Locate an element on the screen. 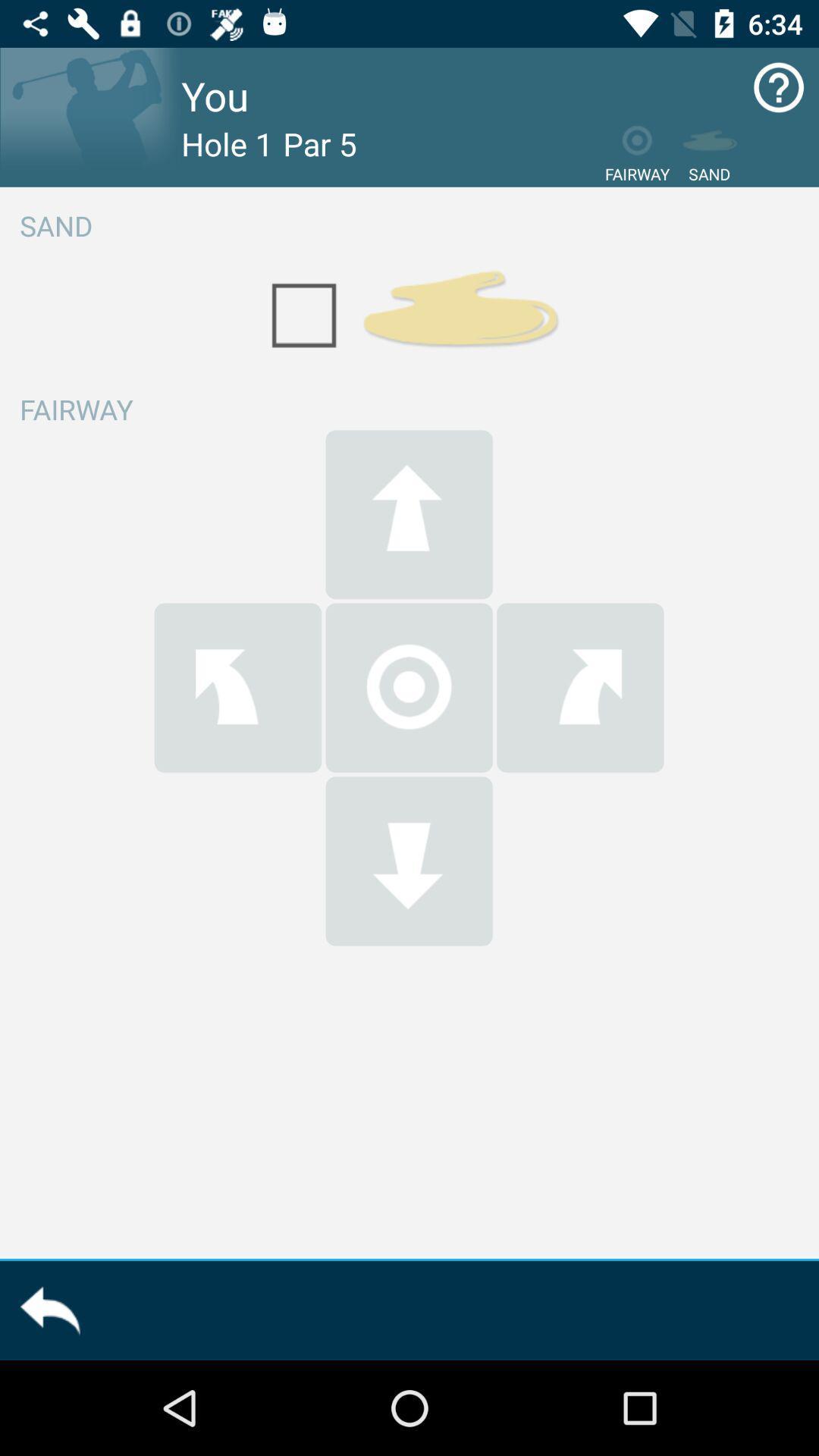 This screenshot has height=1456, width=819. the reply icon is located at coordinates (49, 1310).